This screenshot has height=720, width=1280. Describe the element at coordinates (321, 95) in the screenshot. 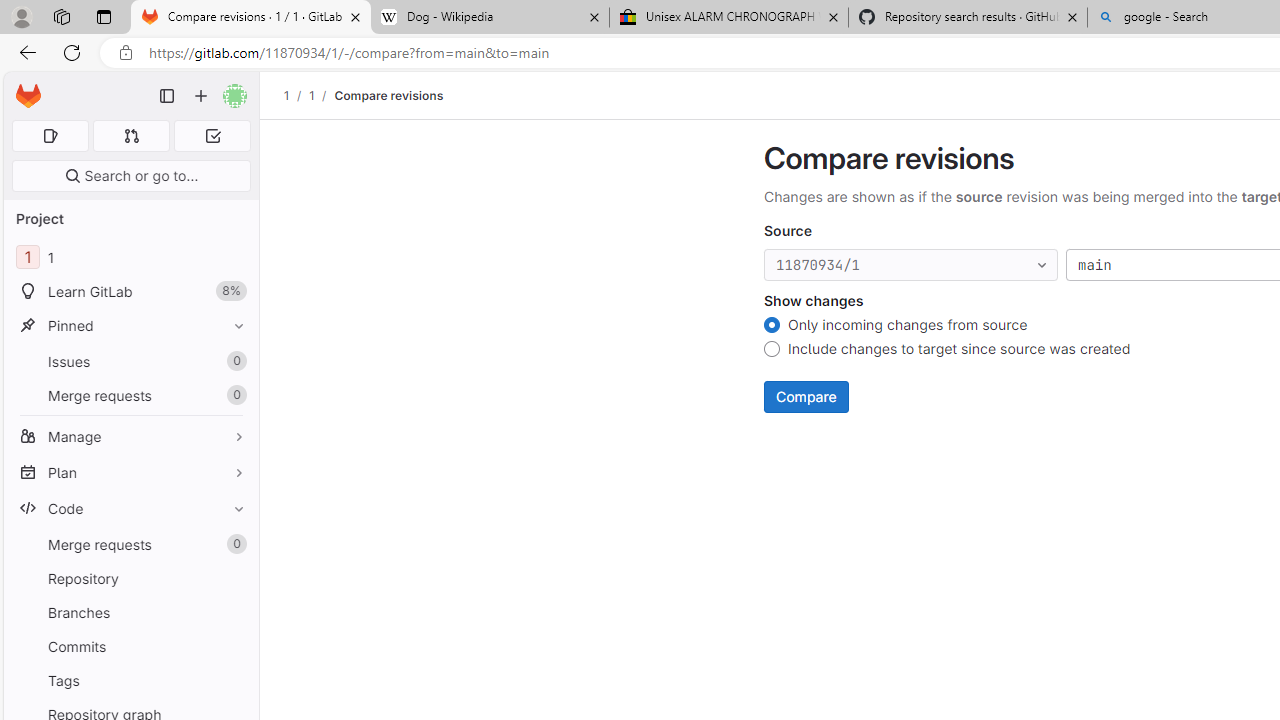

I see `'1/'` at that location.